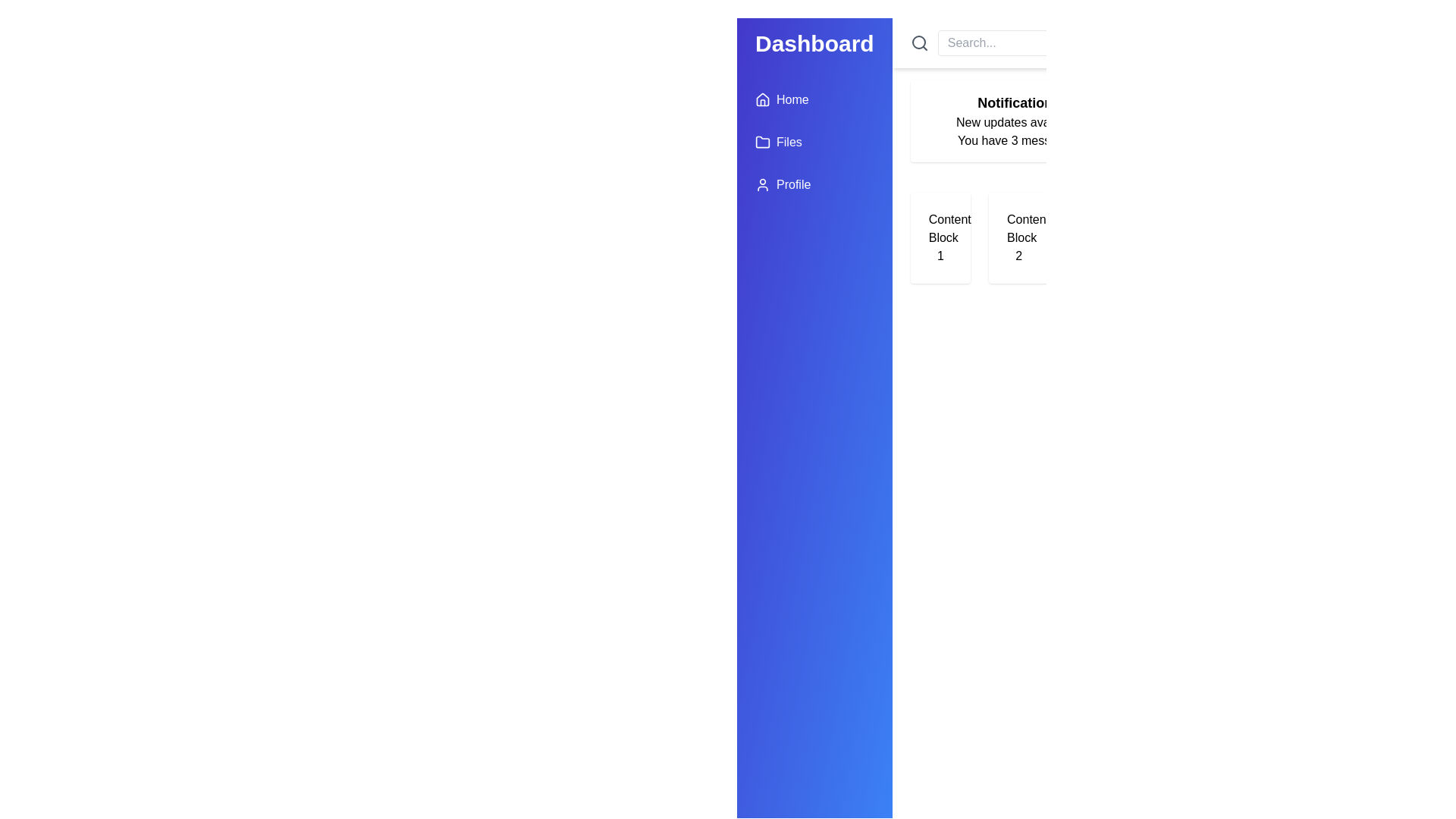  I want to click on the non-interactive Text label that displays system status updates, located below the 'Notifications' header and above 'You have 3 messages.', so click(1018, 122).